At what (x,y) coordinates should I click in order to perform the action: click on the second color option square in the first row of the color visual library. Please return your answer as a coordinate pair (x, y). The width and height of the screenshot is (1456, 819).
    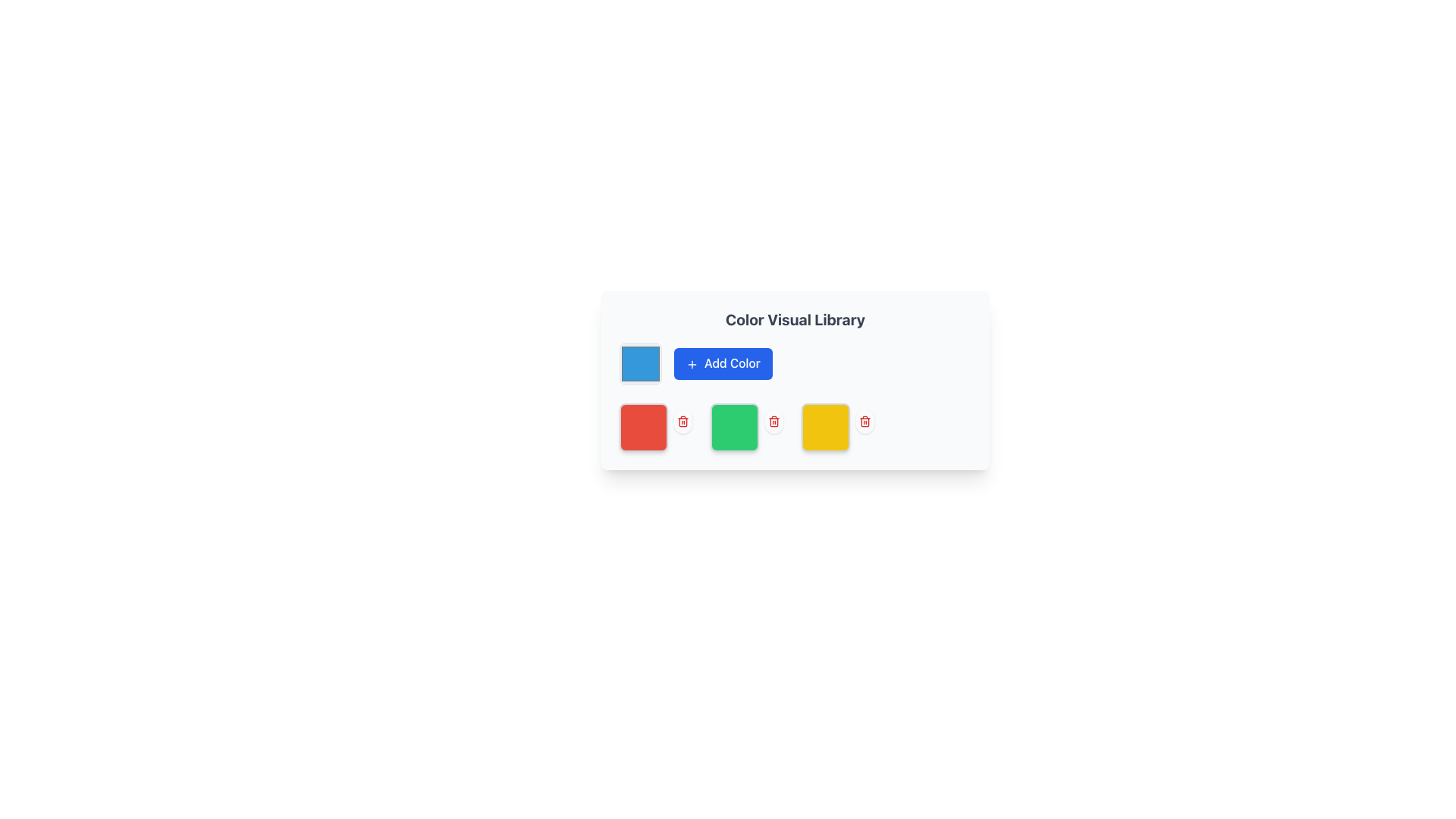
    Looking at the image, I should click on (658, 427).